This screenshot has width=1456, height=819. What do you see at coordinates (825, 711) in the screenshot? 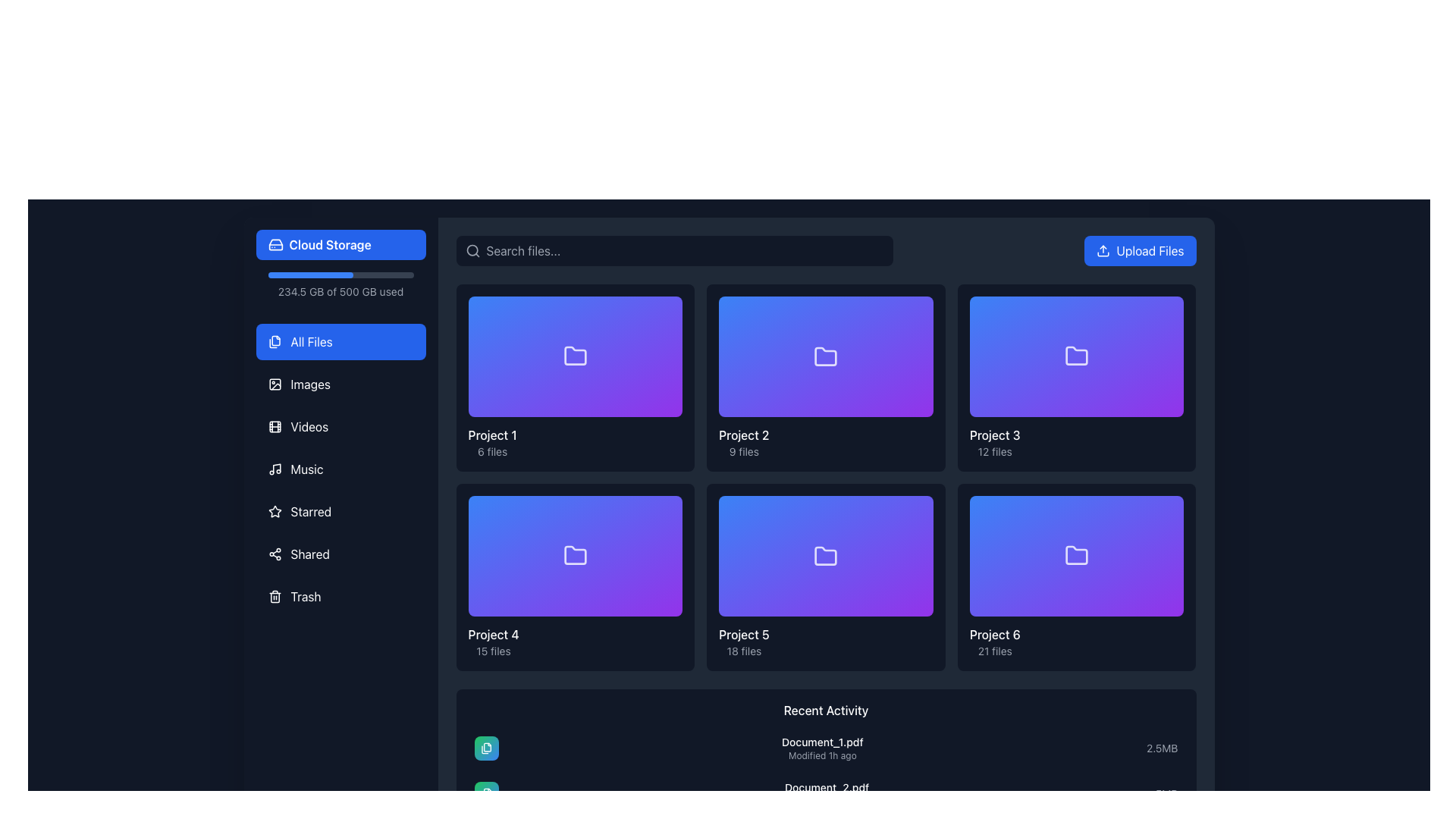
I see `the content of the text header displaying 'Recent Activity', which is styled in white on a dark background and located at the top of the recent activity section` at bounding box center [825, 711].